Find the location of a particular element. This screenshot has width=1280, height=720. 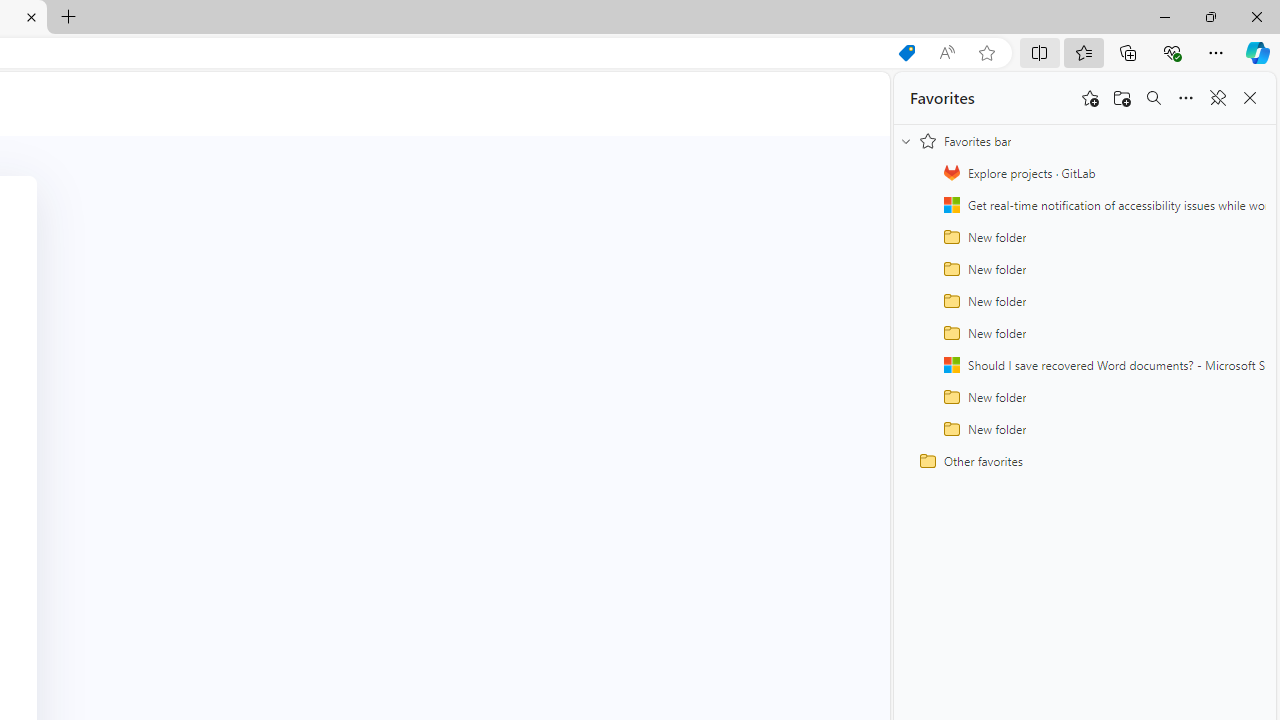

'Unpin favorites' is located at coordinates (1216, 98).